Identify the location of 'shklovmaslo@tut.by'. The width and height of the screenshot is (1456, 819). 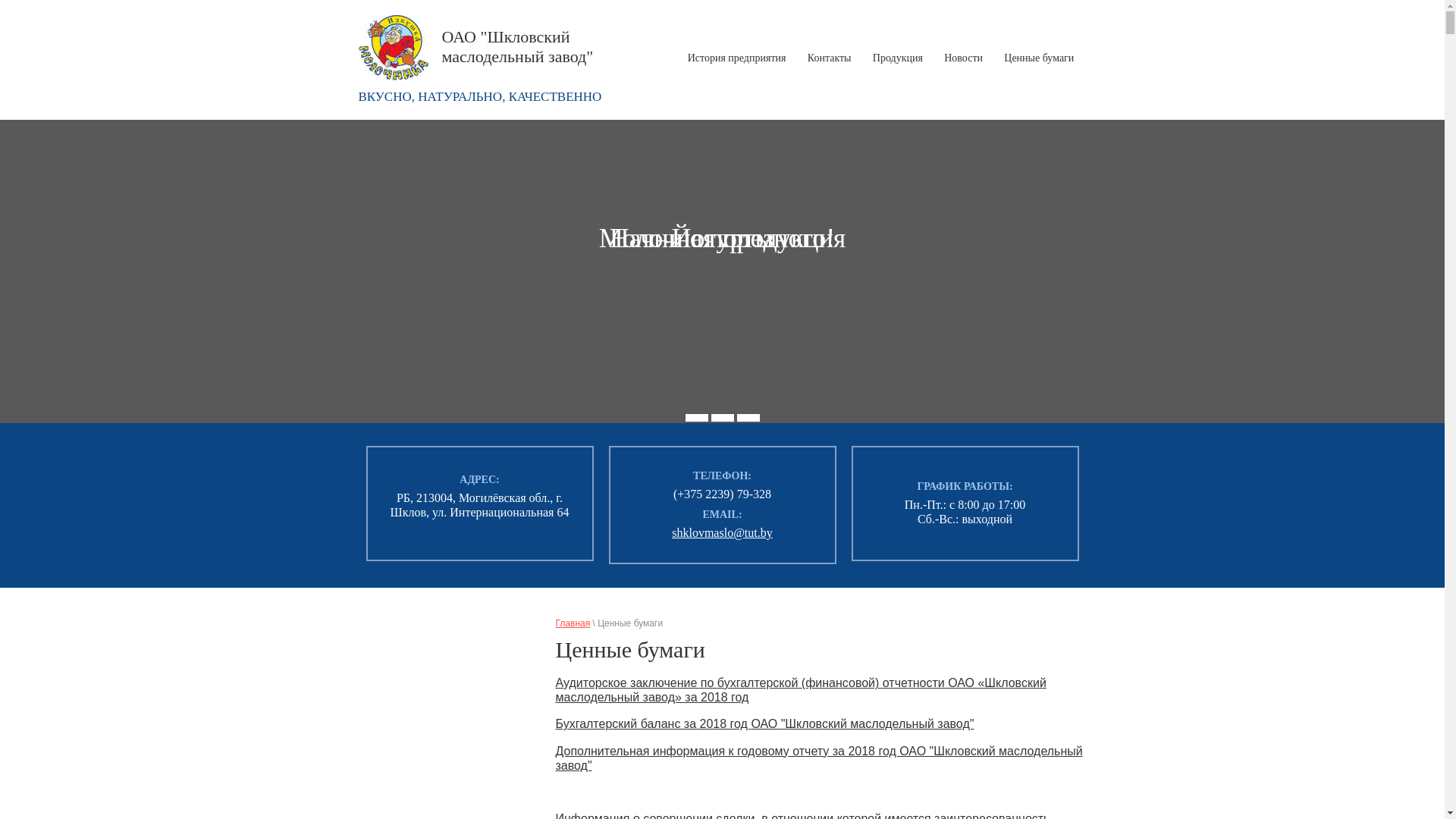
(721, 532).